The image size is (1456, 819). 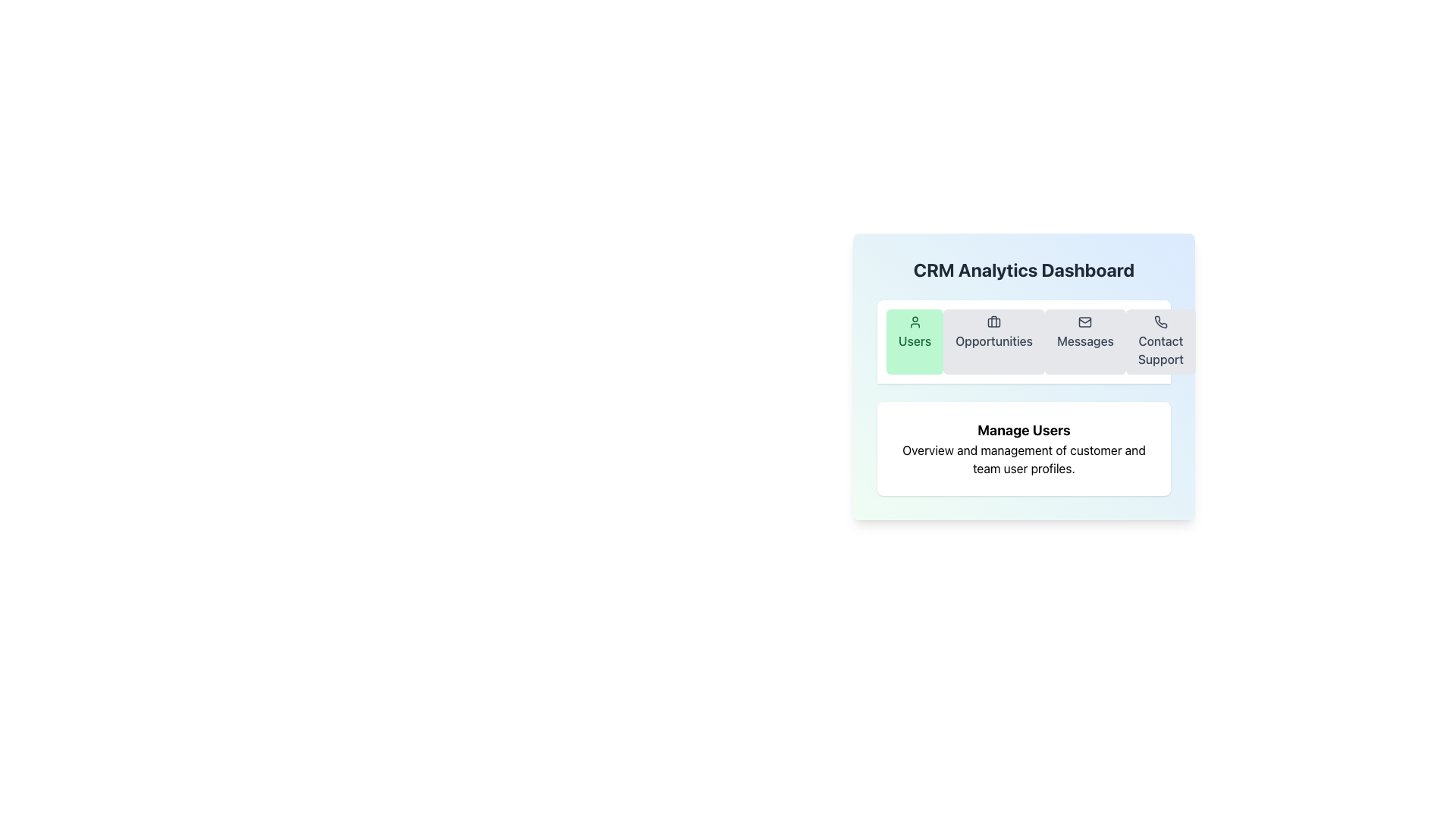 I want to click on the contact support icon located at the top of the 'Contact Support' box in the CRM Analytics Dashboard, which is centrally positioned above its label, so click(x=1159, y=321).